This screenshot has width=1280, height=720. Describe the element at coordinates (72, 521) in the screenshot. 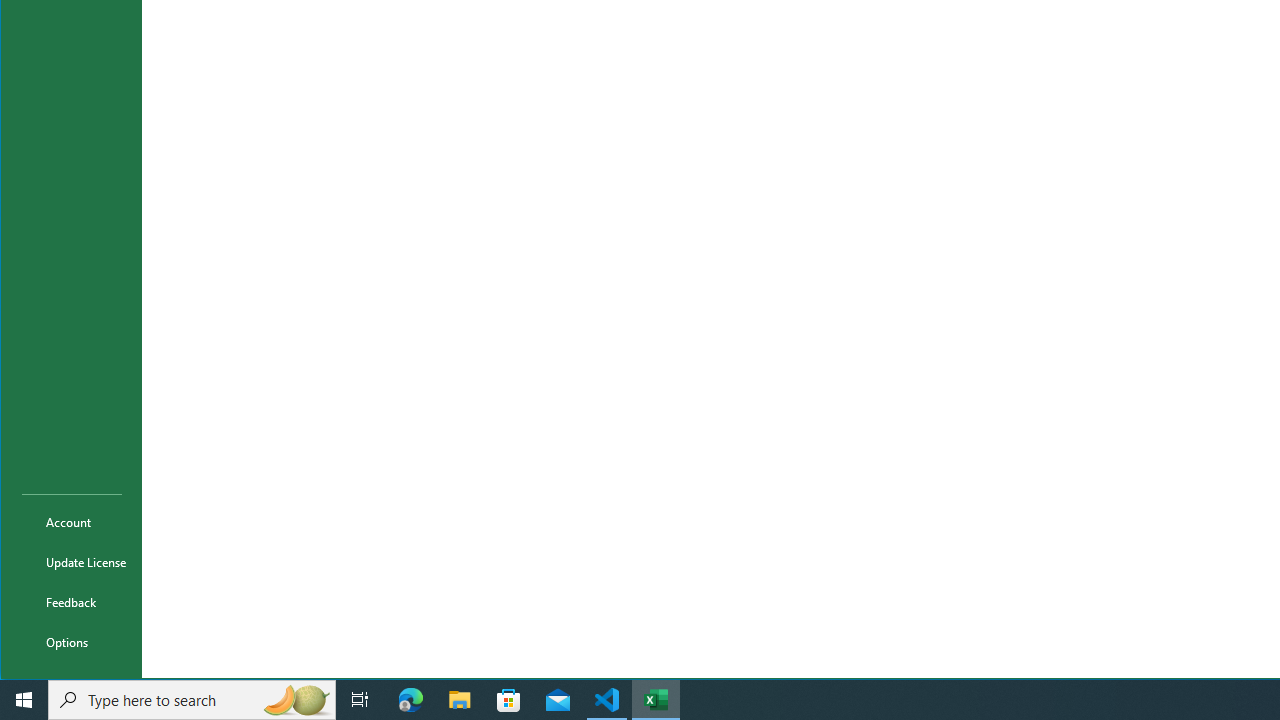

I see `'Account'` at that location.